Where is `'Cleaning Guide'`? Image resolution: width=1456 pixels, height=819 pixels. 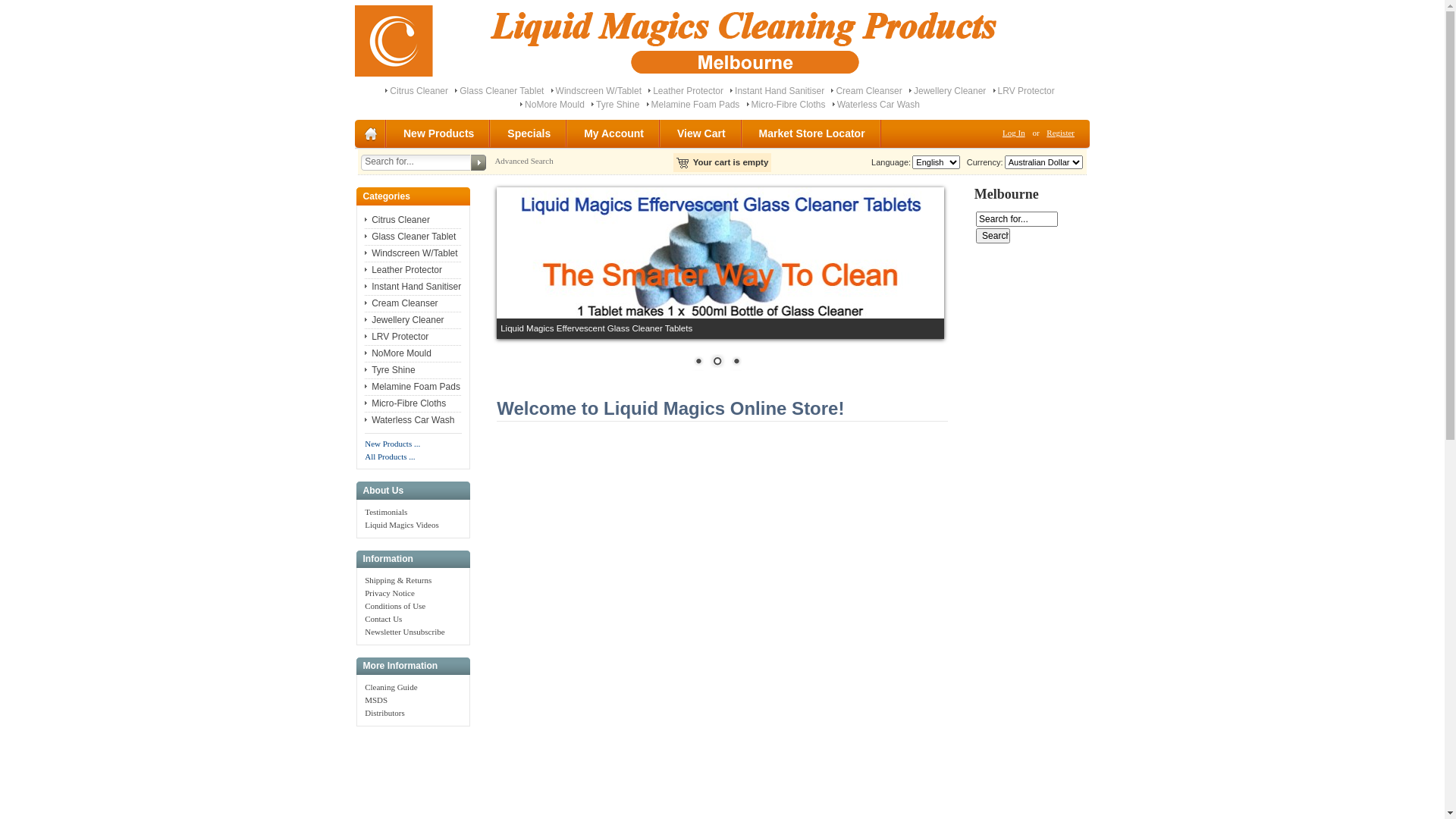 'Cleaning Guide' is located at coordinates (391, 687).